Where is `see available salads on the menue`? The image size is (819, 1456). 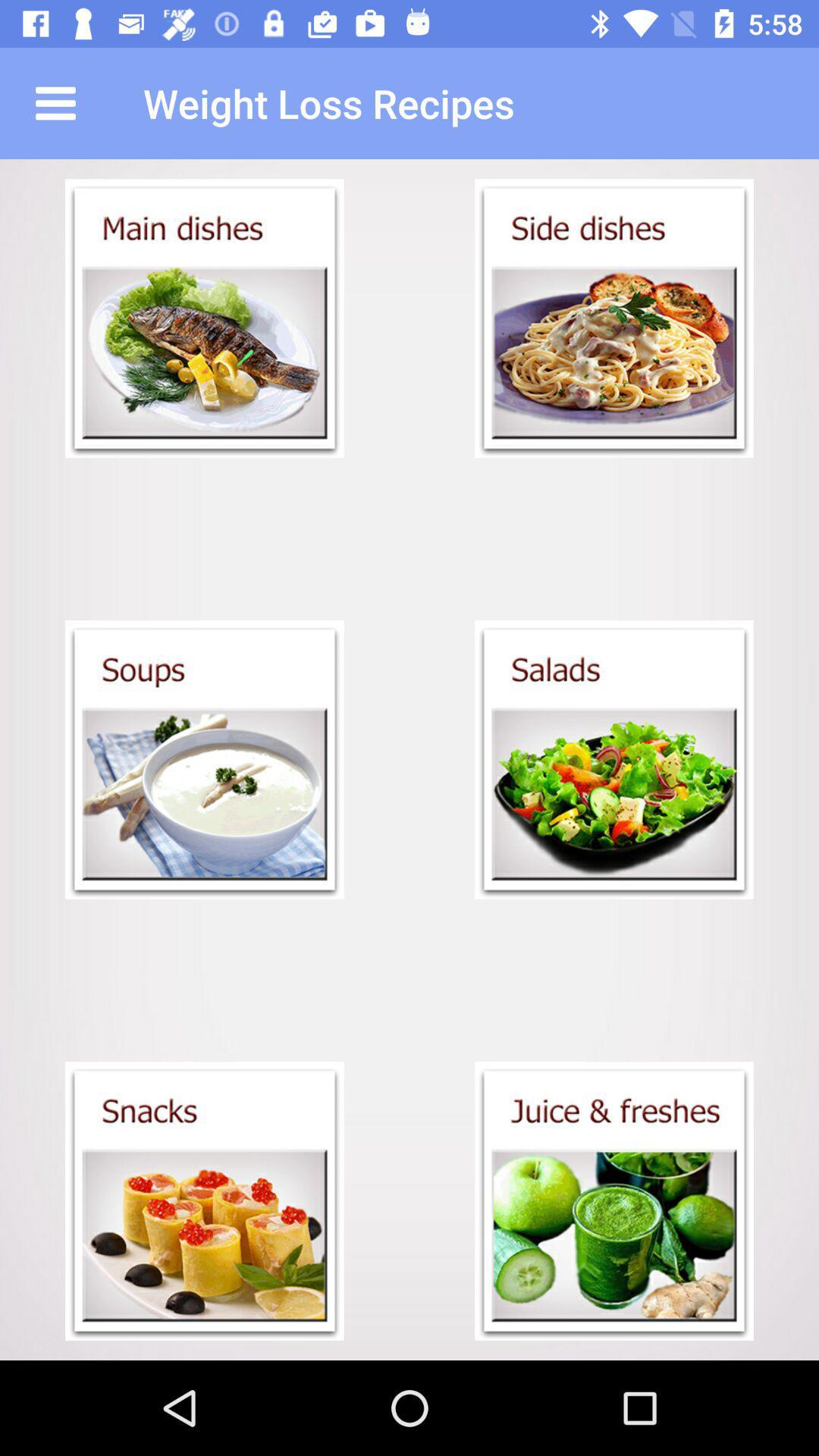 see available salads on the menue is located at coordinates (614, 760).